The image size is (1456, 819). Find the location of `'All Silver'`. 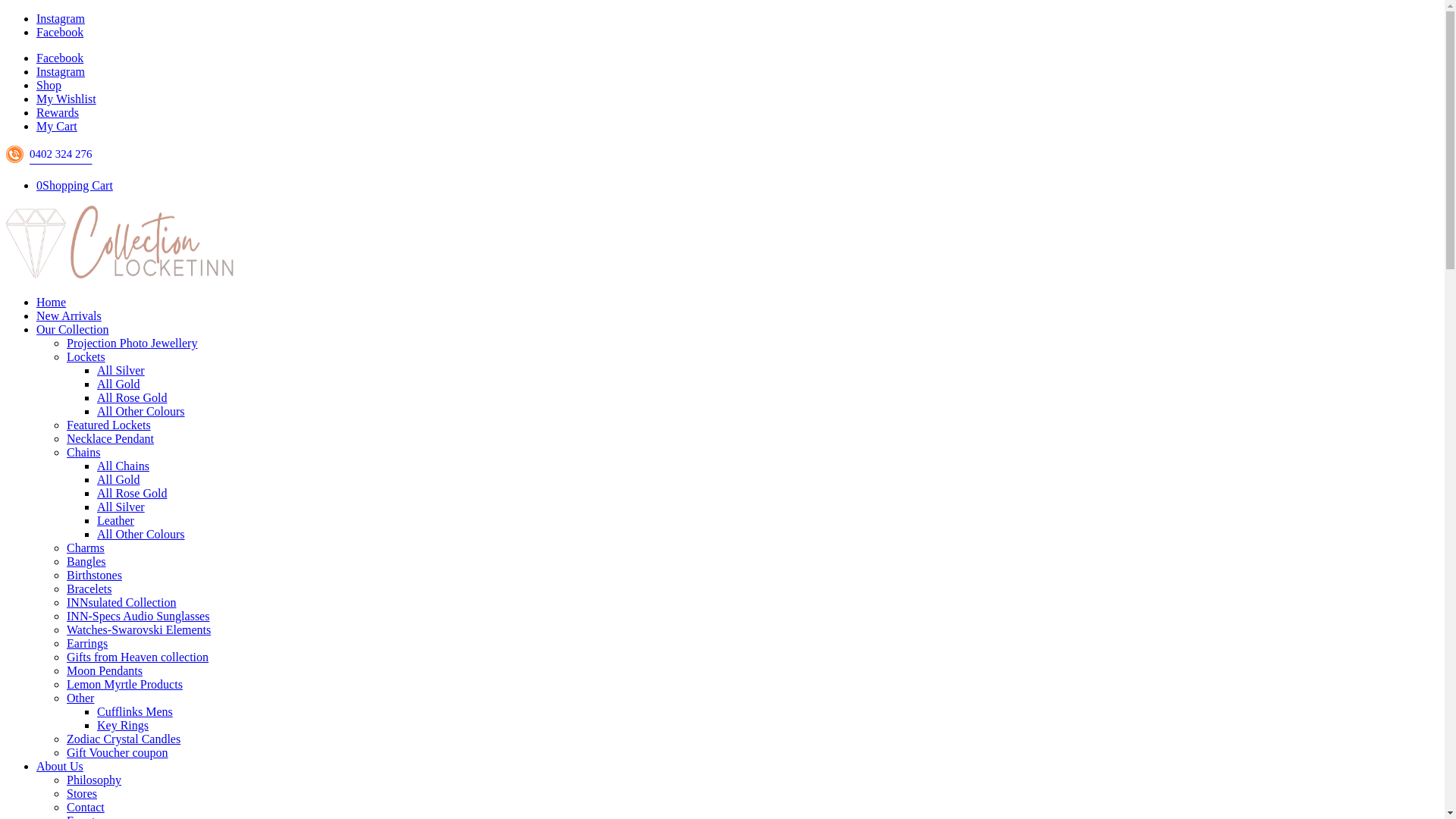

'All Silver' is located at coordinates (96, 507).